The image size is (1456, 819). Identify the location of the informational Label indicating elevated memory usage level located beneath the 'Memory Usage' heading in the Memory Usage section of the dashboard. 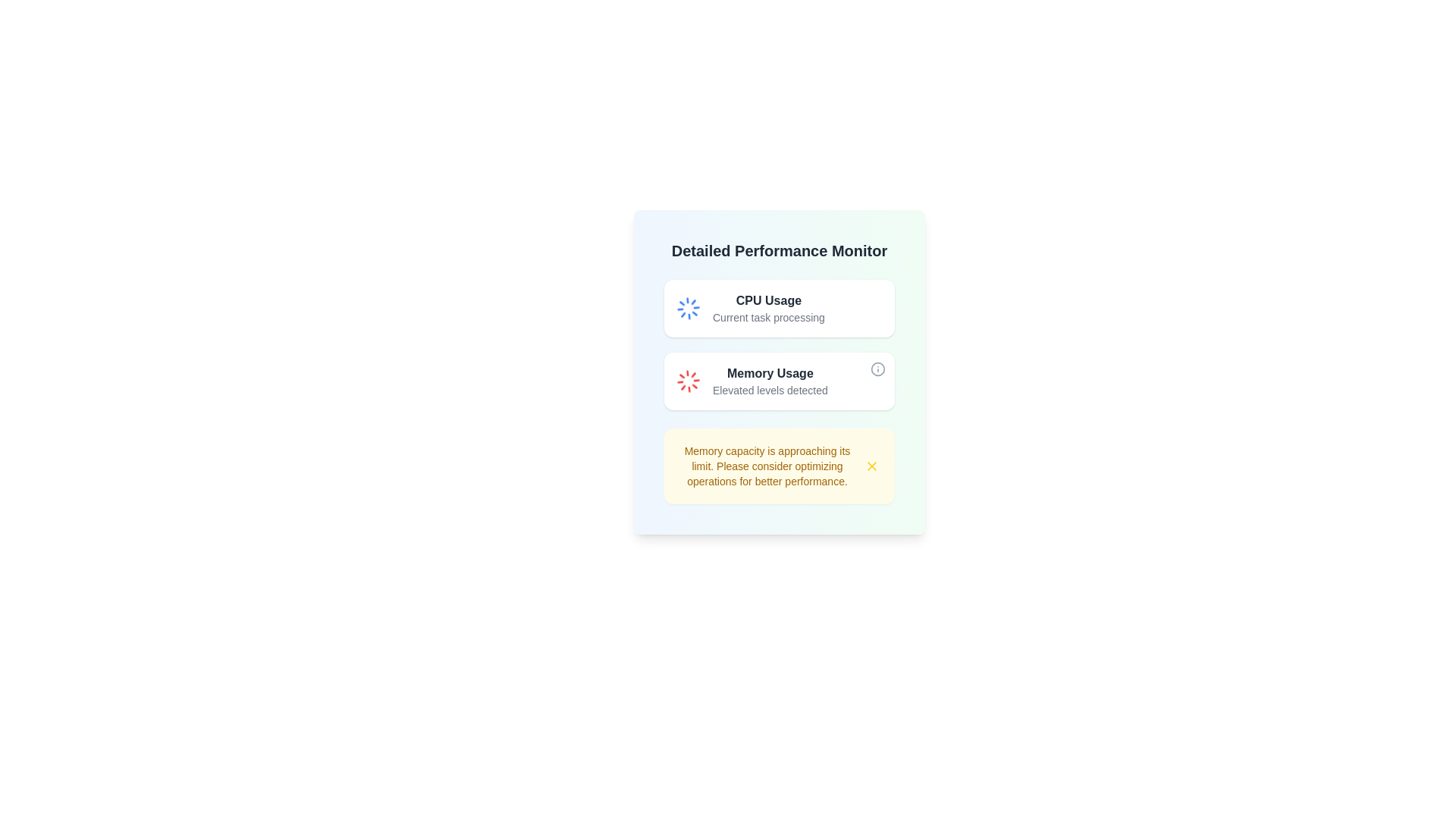
(770, 390).